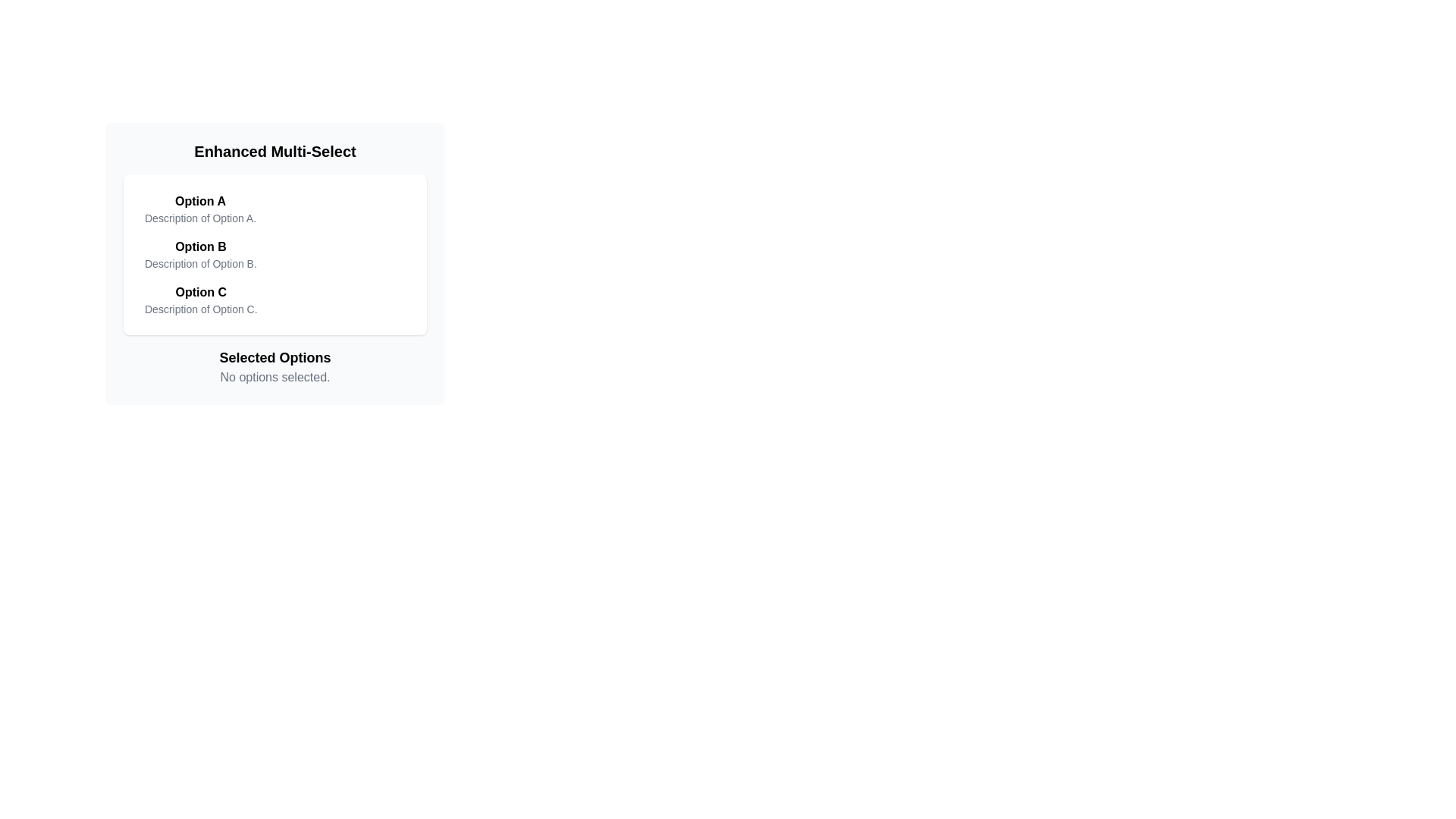 The image size is (1456, 819). What do you see at coordinates (200, 300) in the screenshot?
I see `the third option` at bounding box center [200, 300].